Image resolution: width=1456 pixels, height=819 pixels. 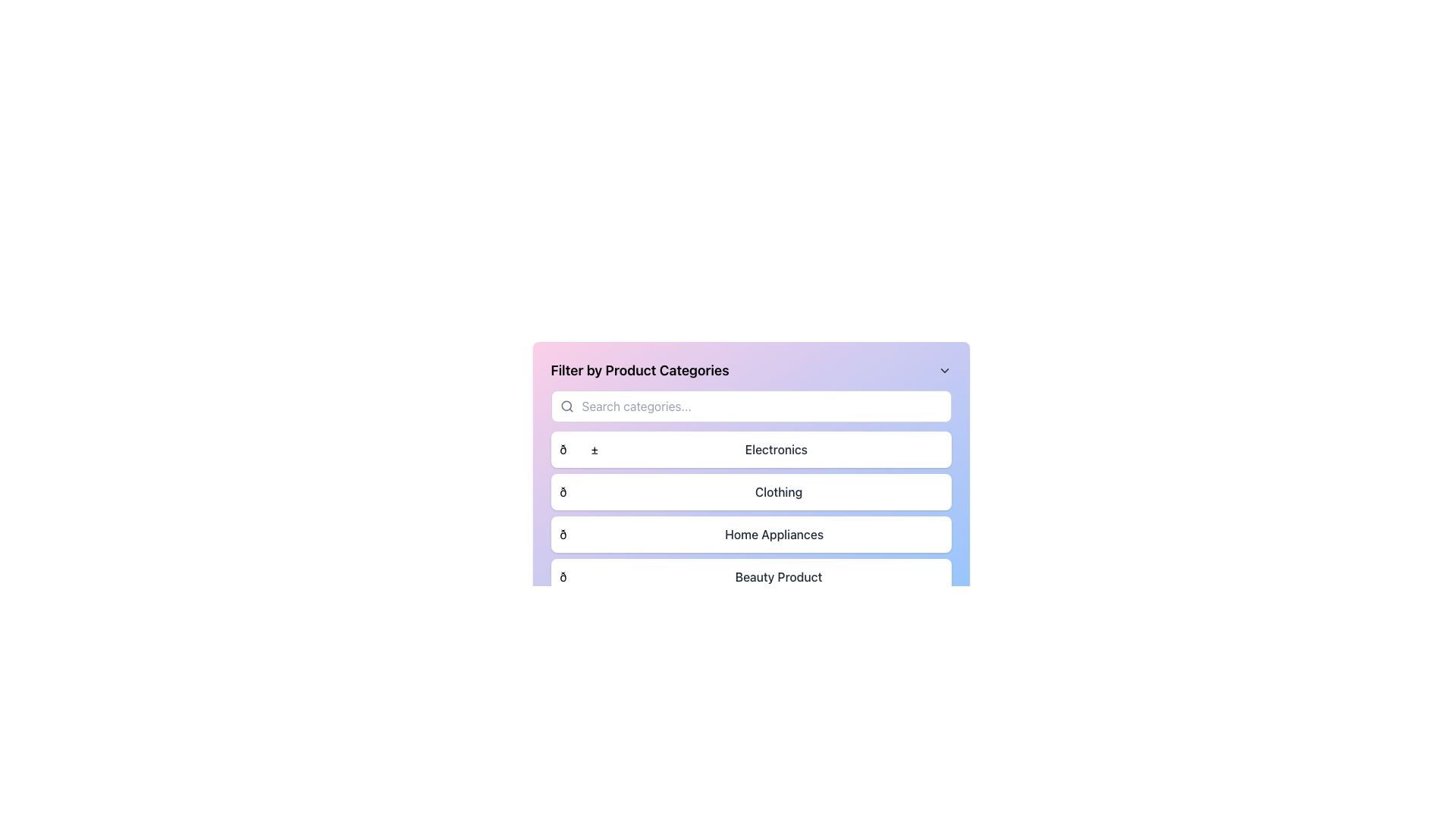 What do you see at coordinates (565, 405) in the screenshot?
I see `the circular component of the search icon, which is part of a magnifying glass symbol, positioned to the left of the 'Search categories...' input field` at bounding box center [565, 405].